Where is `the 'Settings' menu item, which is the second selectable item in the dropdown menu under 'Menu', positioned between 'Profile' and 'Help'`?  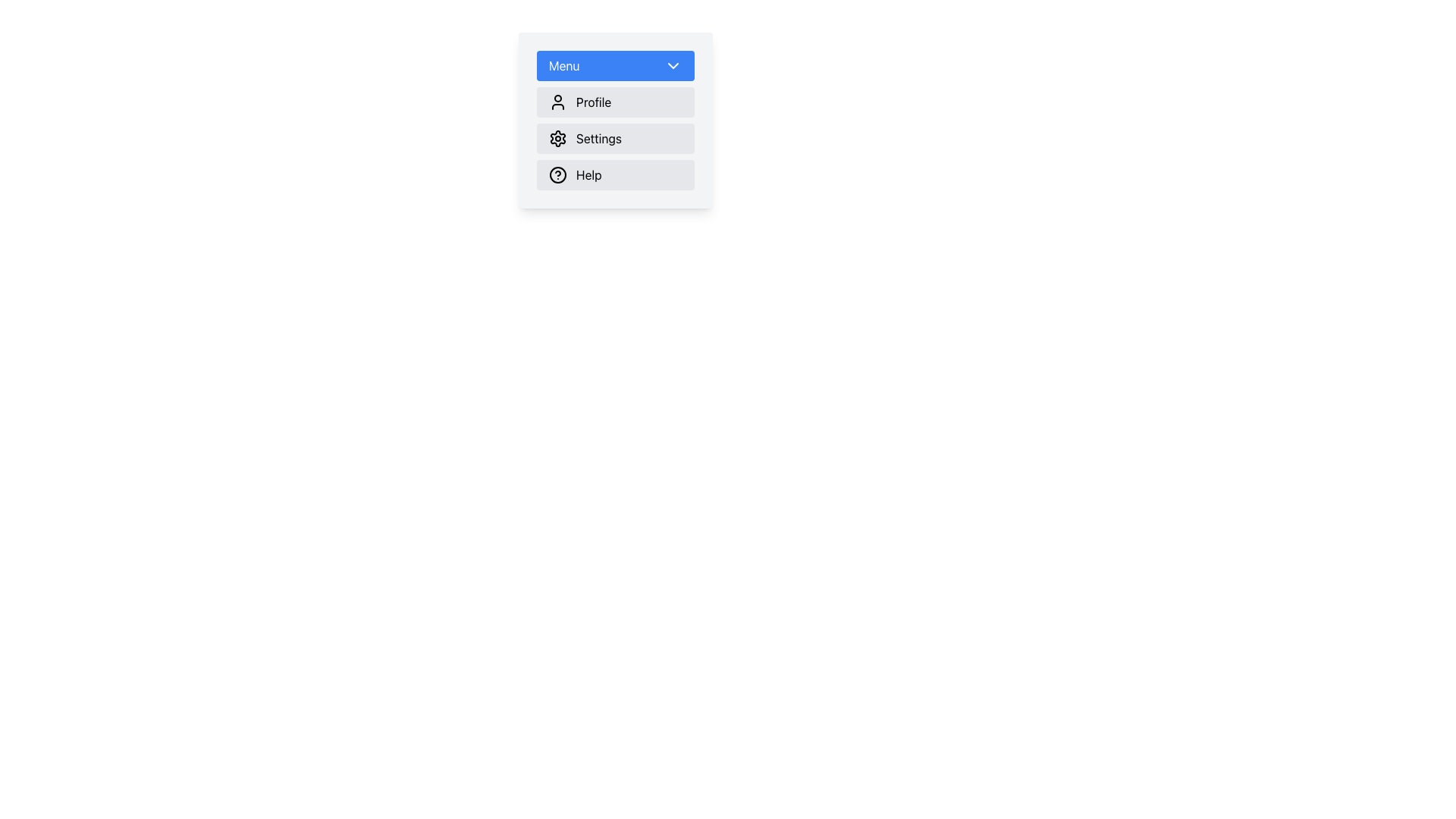
the 'Settings' menu item, which is the second selectable item in the dropdown menu under 'Menu', positioned between 'Profile' and 'Help' is located at coordinates (615, 119).